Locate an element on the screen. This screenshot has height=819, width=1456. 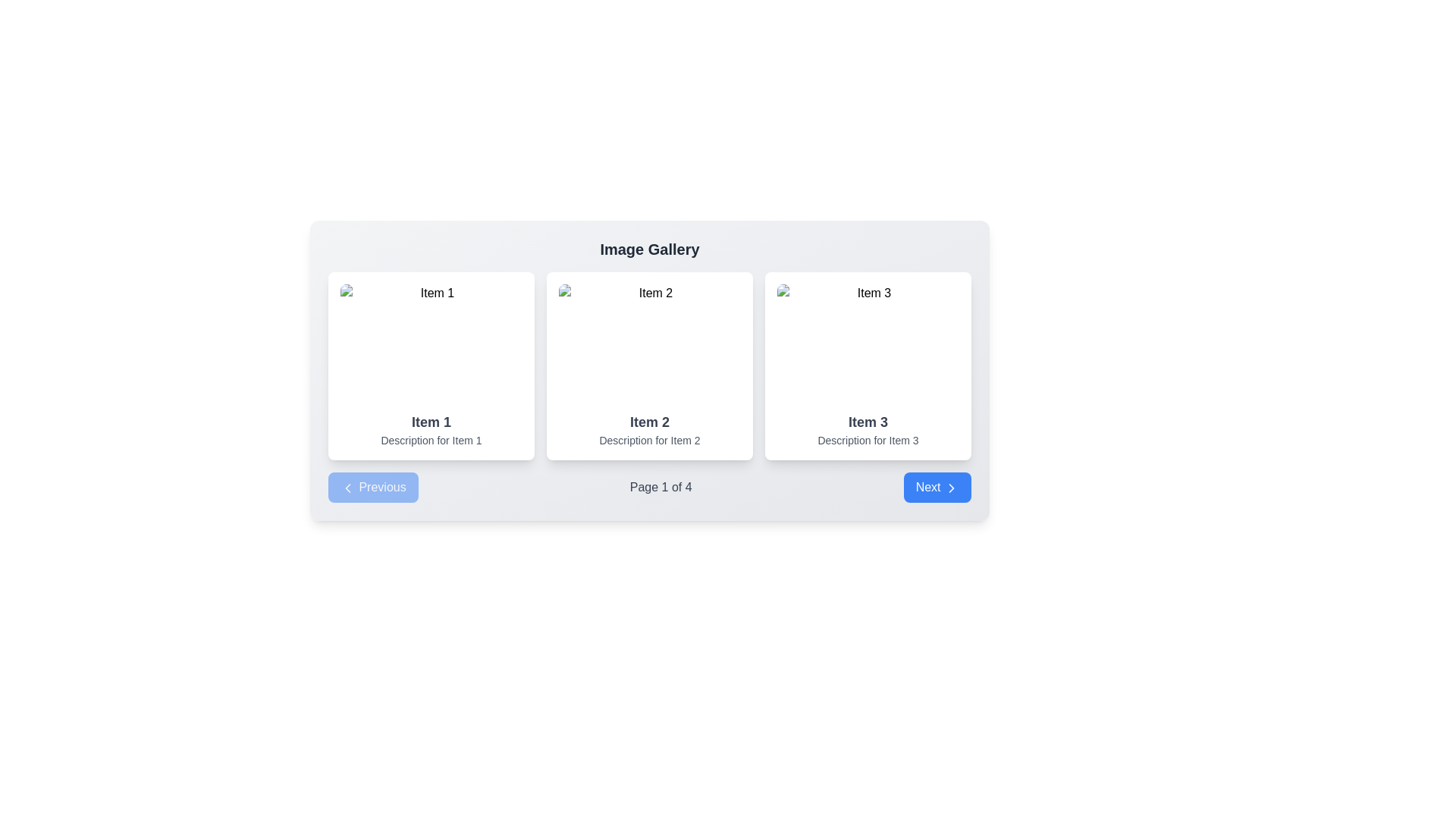
the text label 'Description for Item 2' styled in subdued gray font, located under the bold title 'Item 2' in the central card of a three-card grid layout is located at coordinates (650, 441).